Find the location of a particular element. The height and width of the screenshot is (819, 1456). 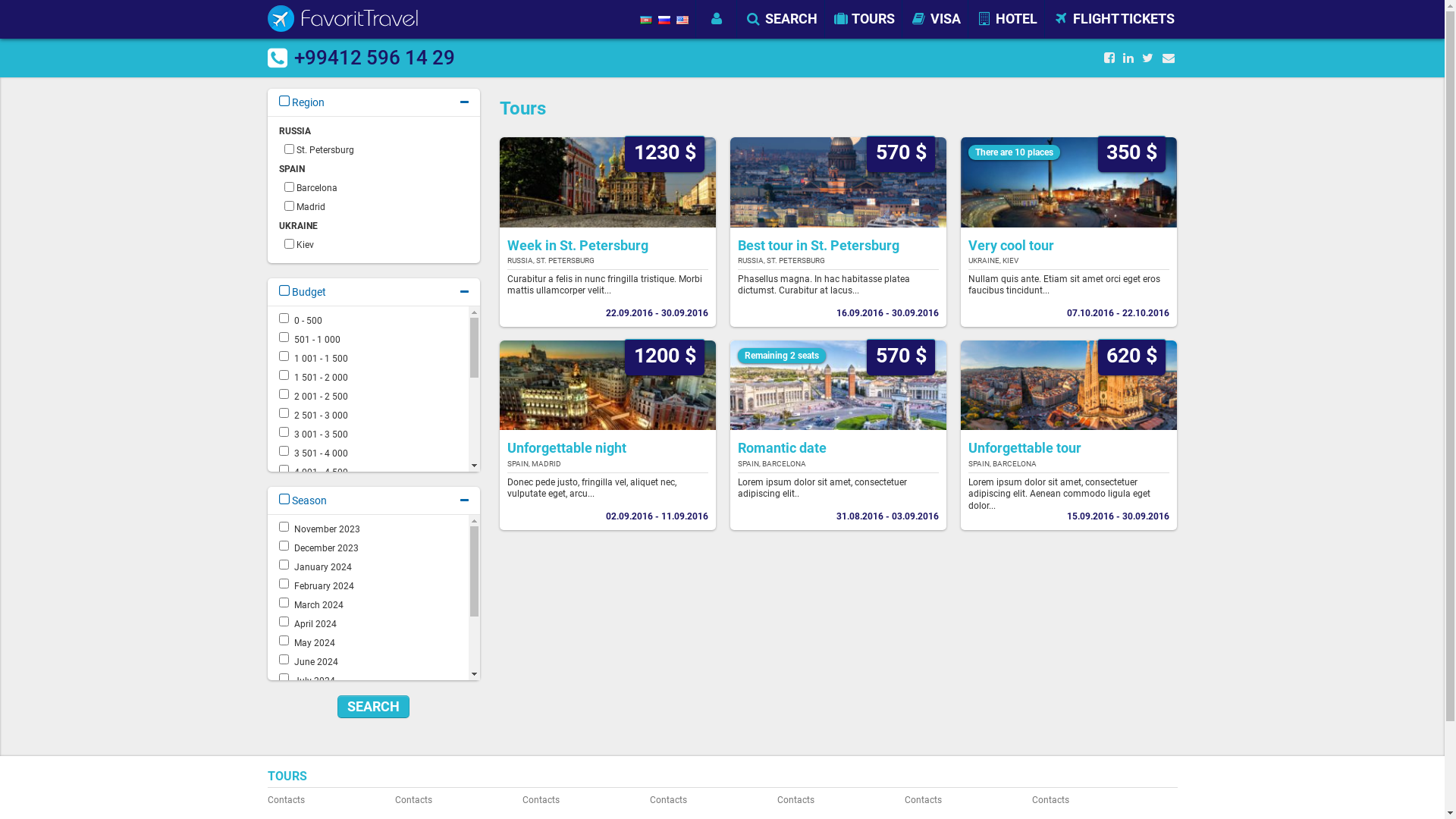

'Contacts' is located at coordinates (394, 799).